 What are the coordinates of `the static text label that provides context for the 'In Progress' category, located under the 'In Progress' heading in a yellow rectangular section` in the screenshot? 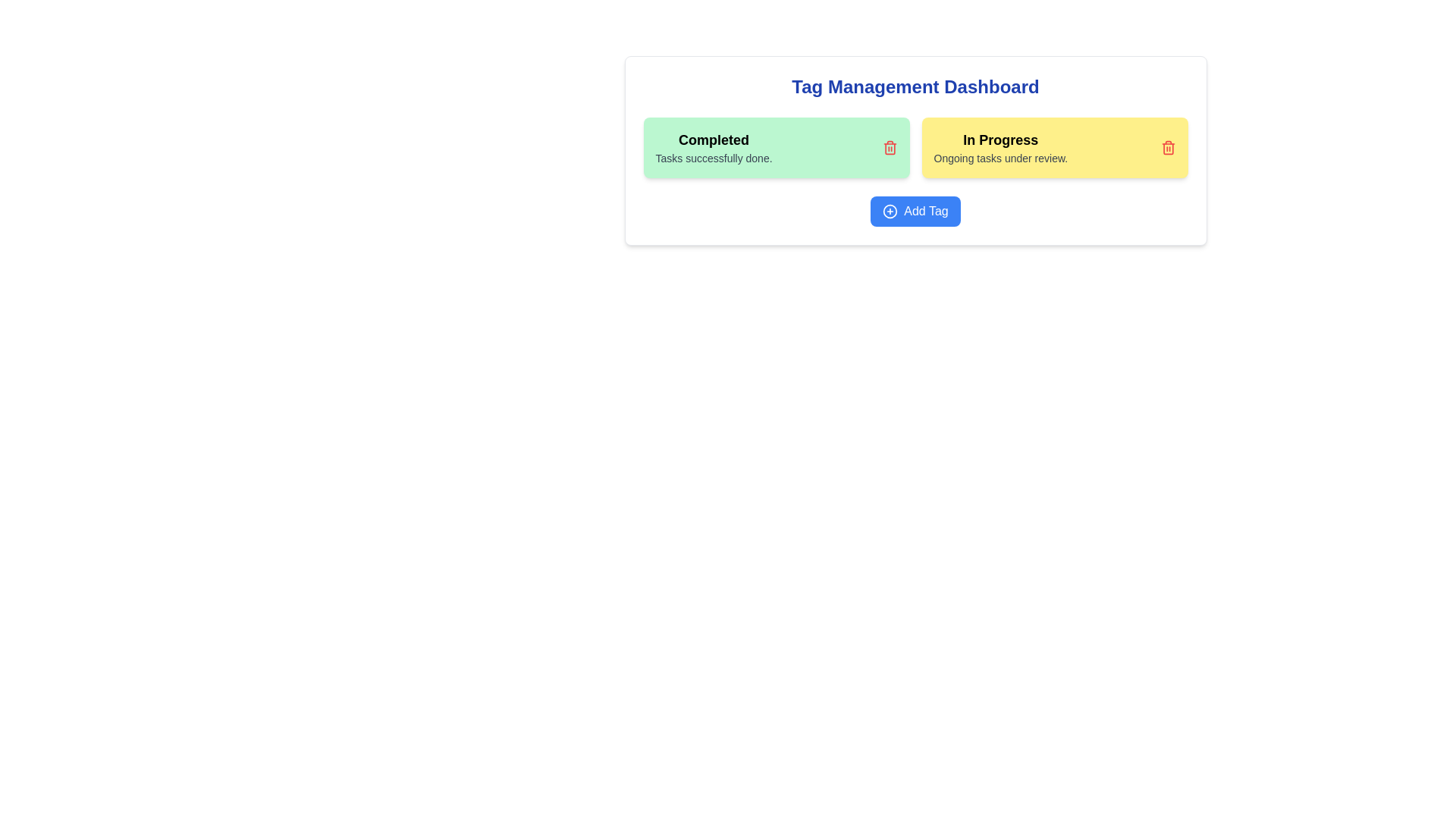 It's located at (1000, 158).